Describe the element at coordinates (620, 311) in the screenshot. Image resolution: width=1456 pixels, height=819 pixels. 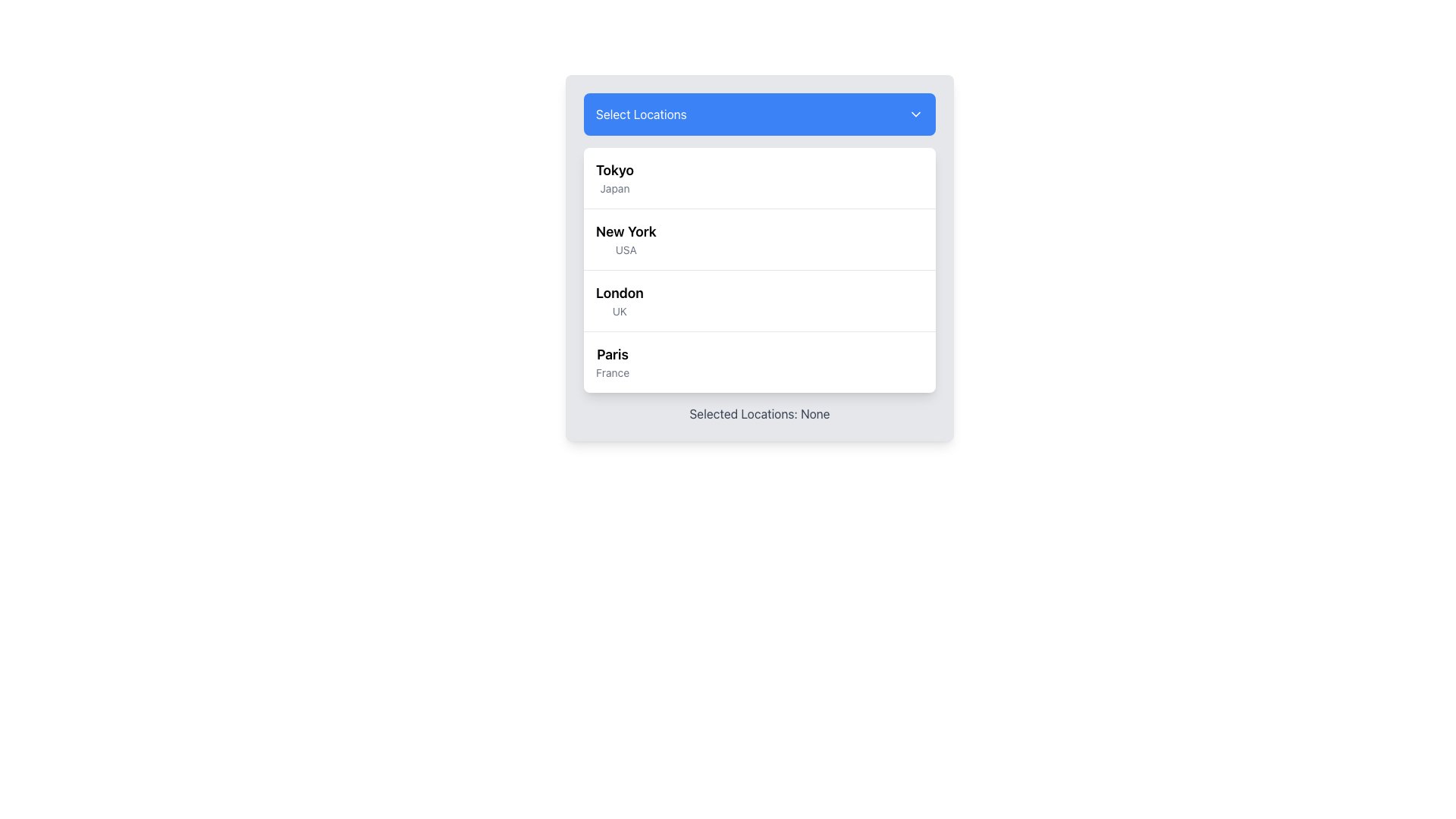
I see `the static text label displaying 'UK', which is styled in gray and positioned below the larger title text 'London'` at that location.